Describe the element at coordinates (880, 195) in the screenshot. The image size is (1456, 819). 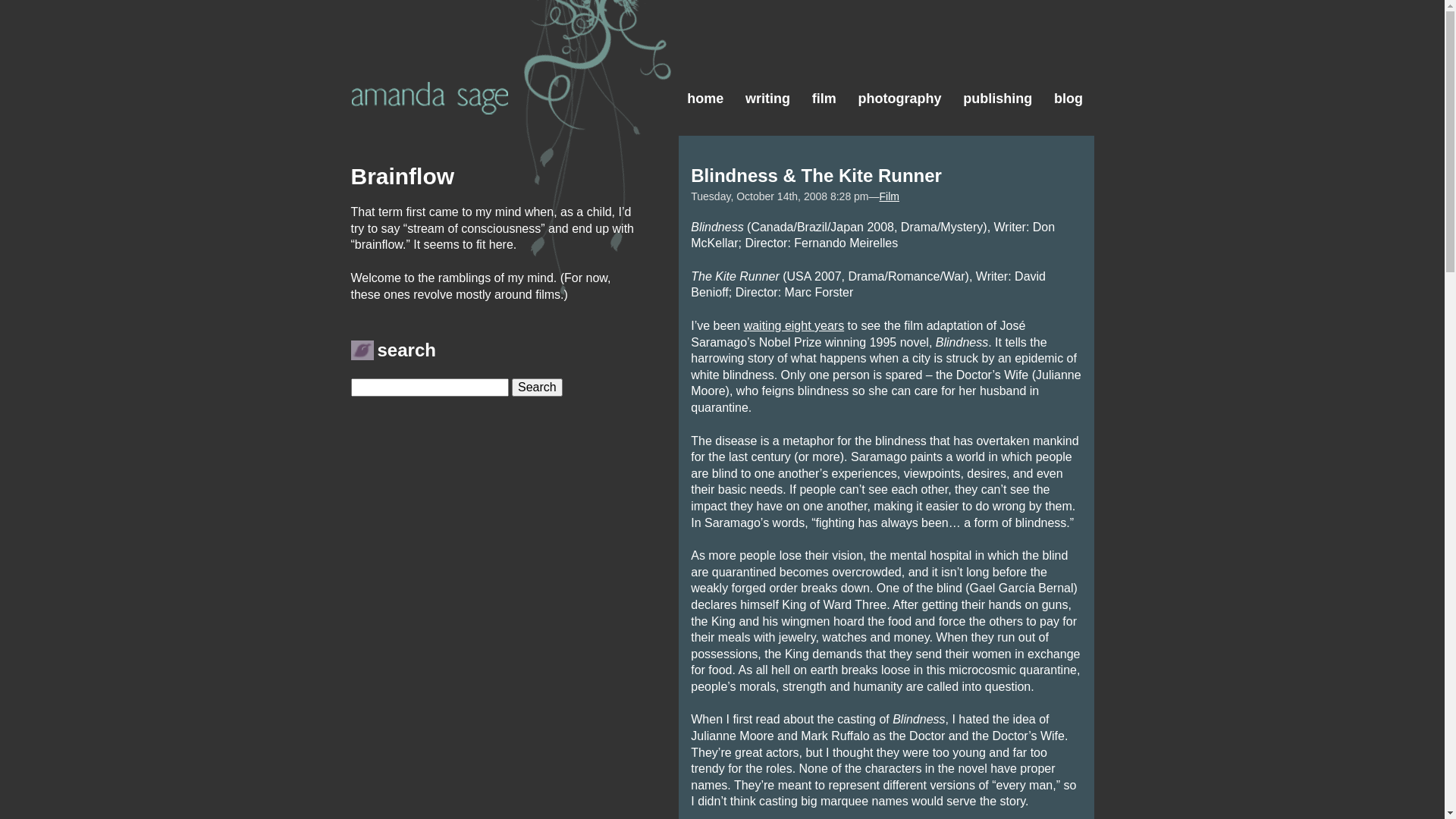
I see `'Film'` at that location.